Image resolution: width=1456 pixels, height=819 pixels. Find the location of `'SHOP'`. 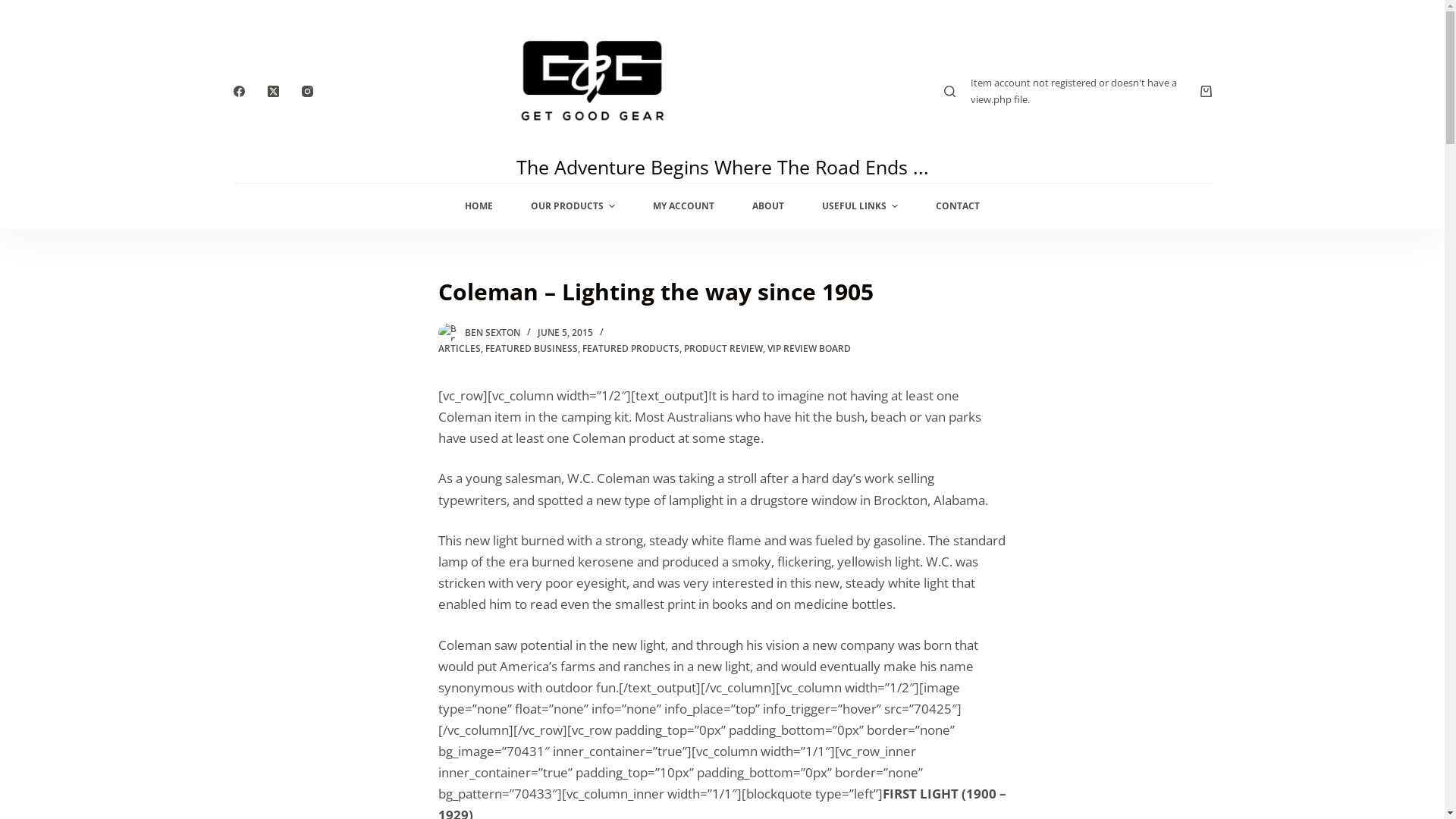

'SHOP' is located at coordinates (975, 415).